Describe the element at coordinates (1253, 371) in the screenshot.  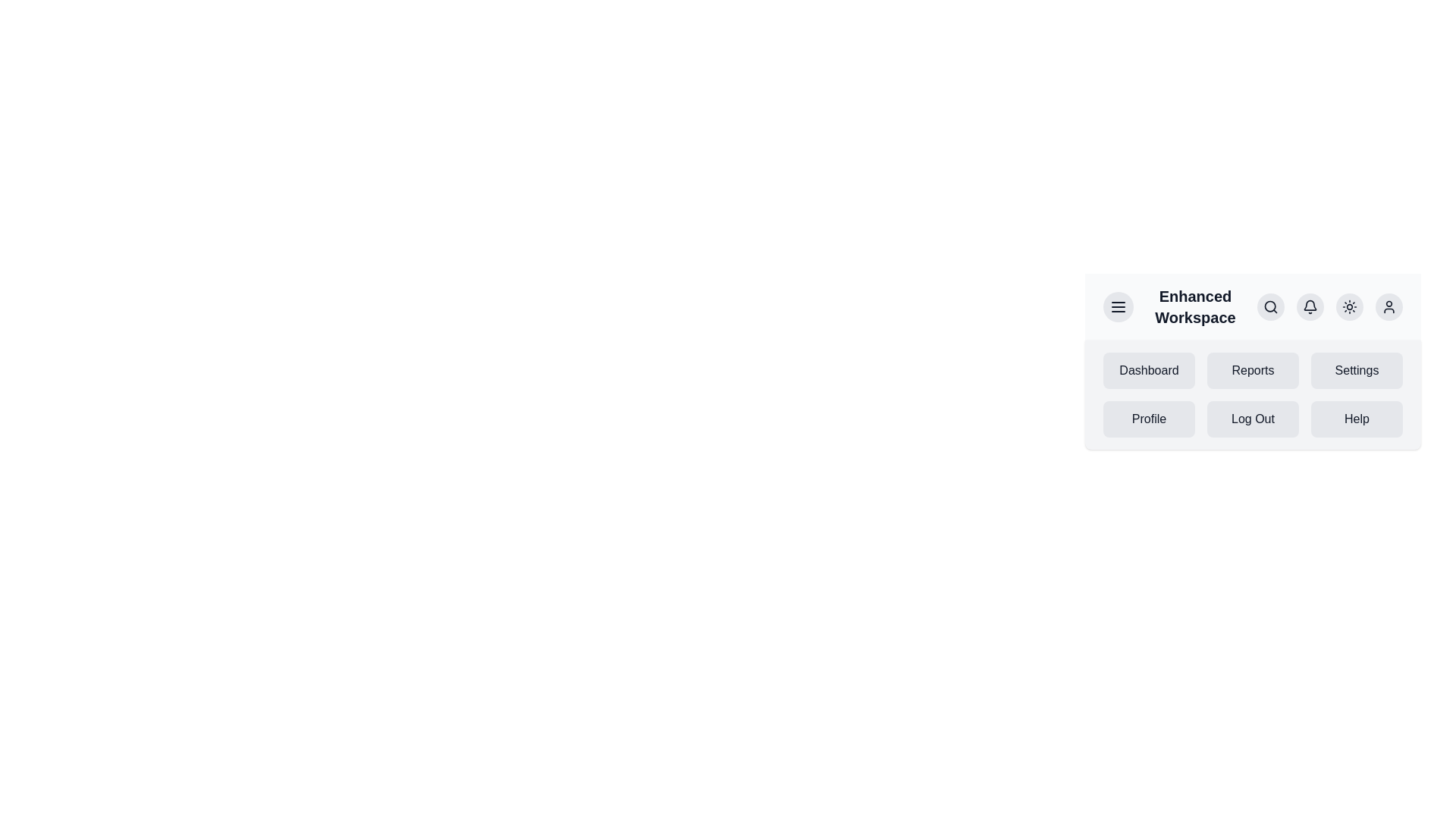
I see `the menu item Reports by clicking on it` at that location.